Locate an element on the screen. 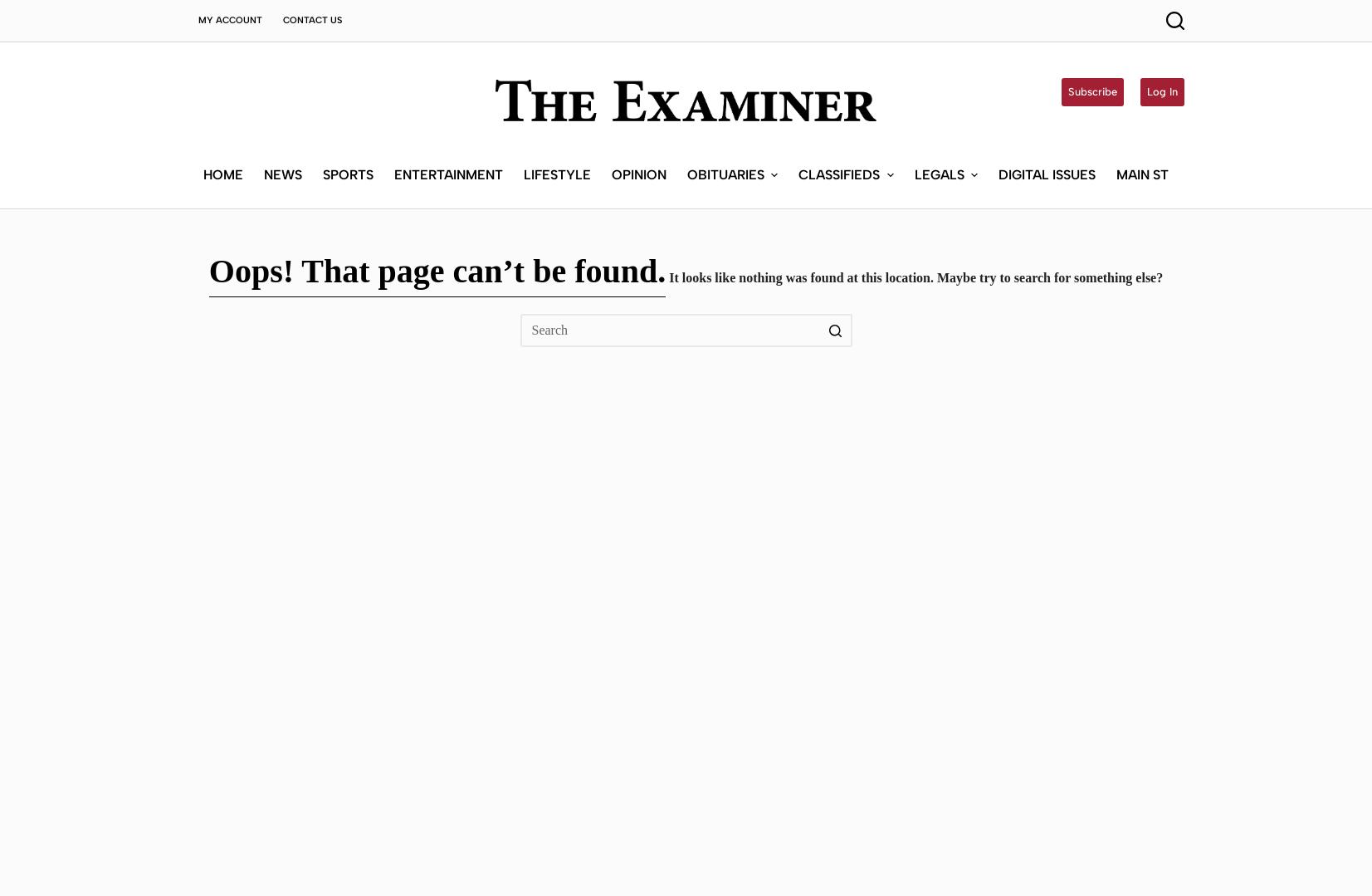 The image size is (1372, 896). 'Home' is located at coordinates (222, 57).